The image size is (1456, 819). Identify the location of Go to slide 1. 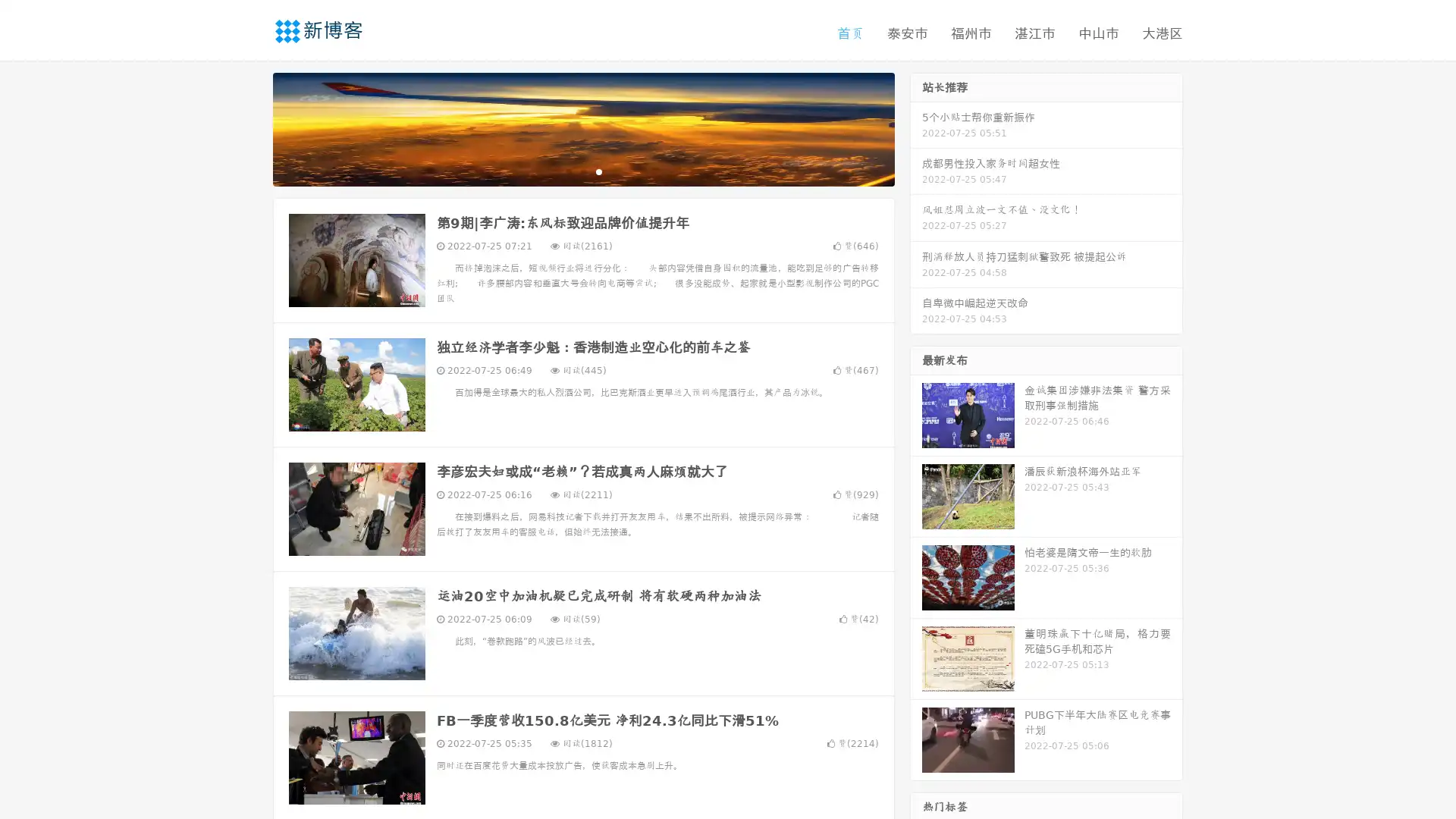
(567, 171).